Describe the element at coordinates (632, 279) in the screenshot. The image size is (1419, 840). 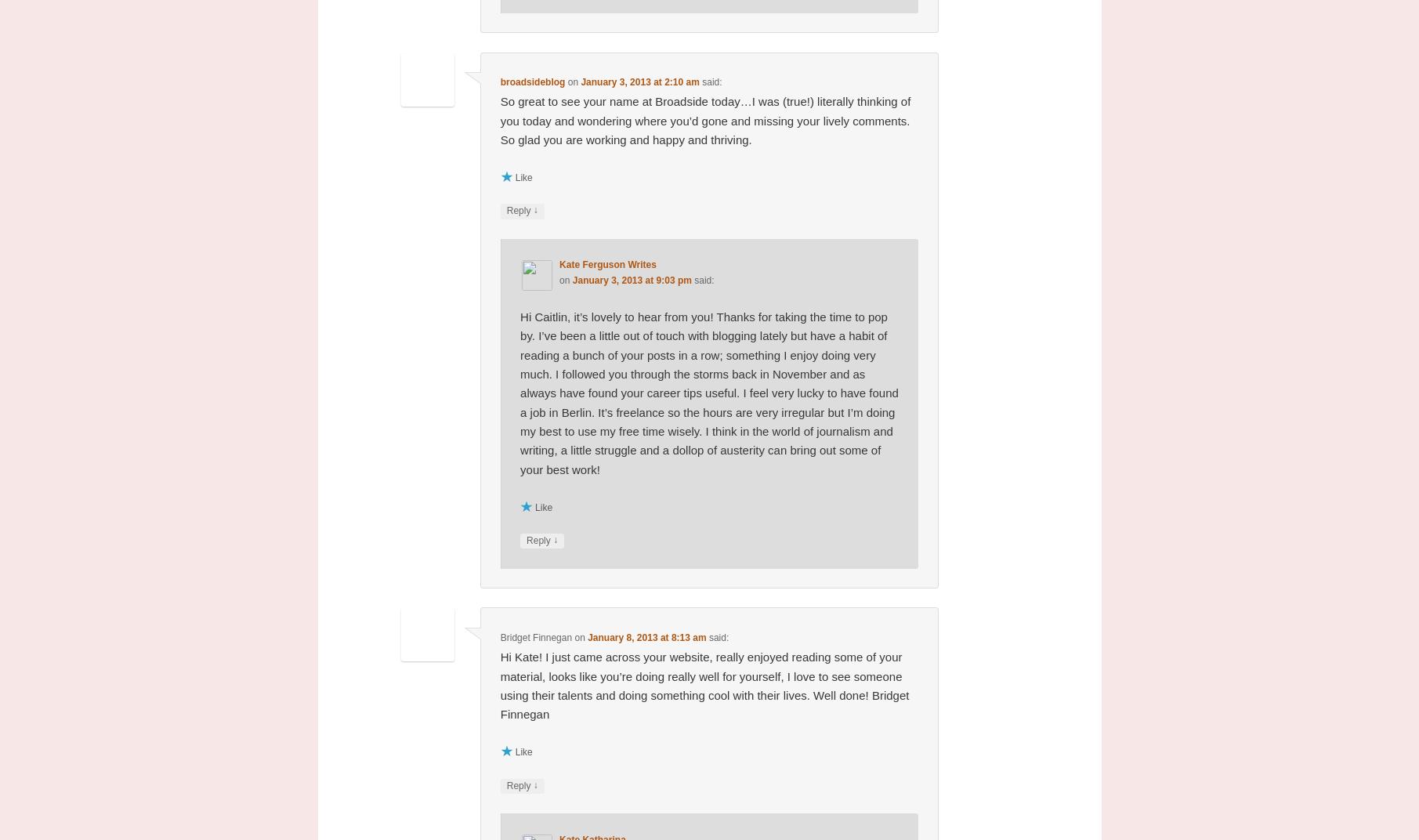
I see `'January 3, 2013 at 9:03 pm'` at that location.